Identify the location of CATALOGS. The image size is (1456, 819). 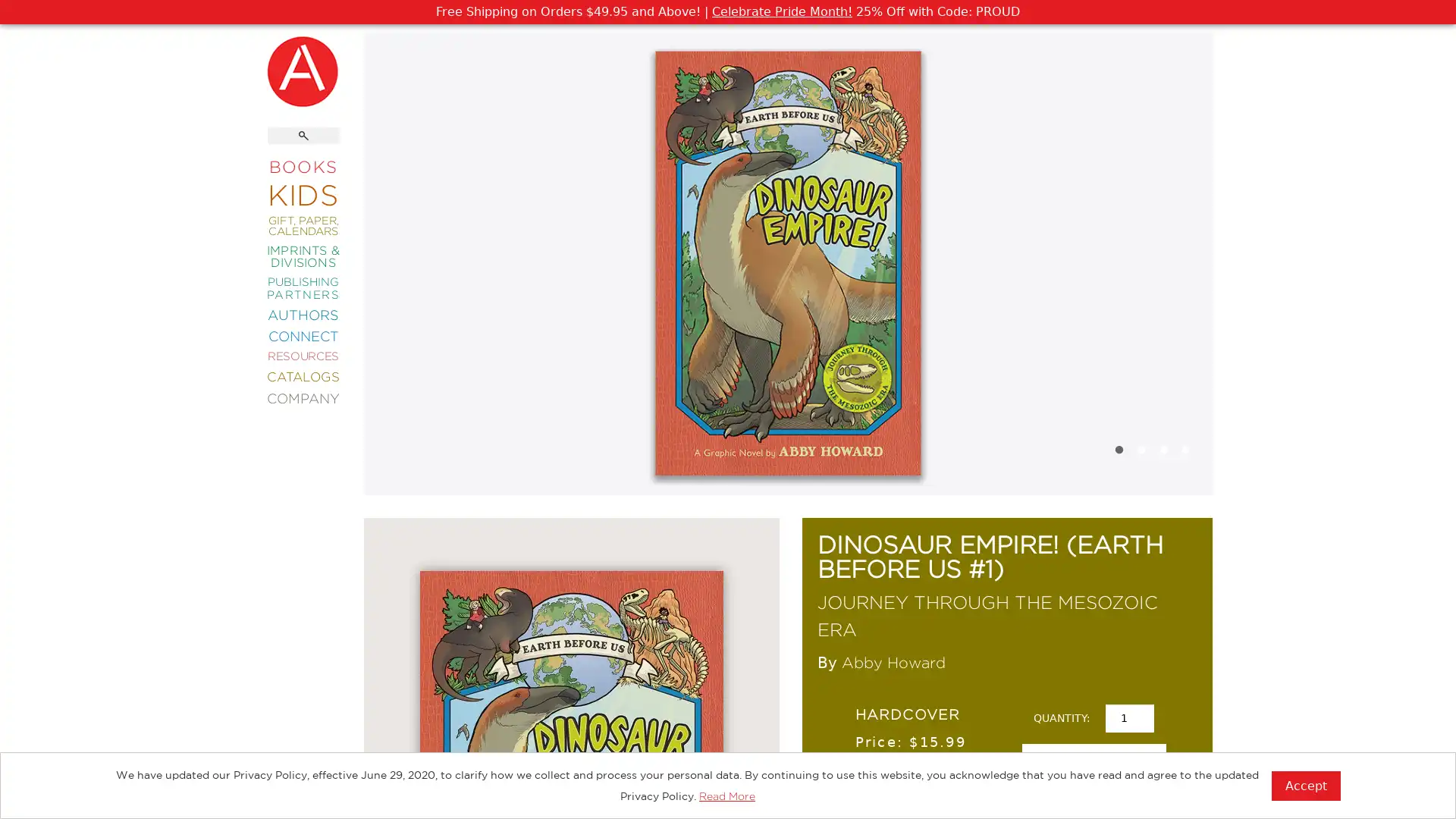
(303, 375).